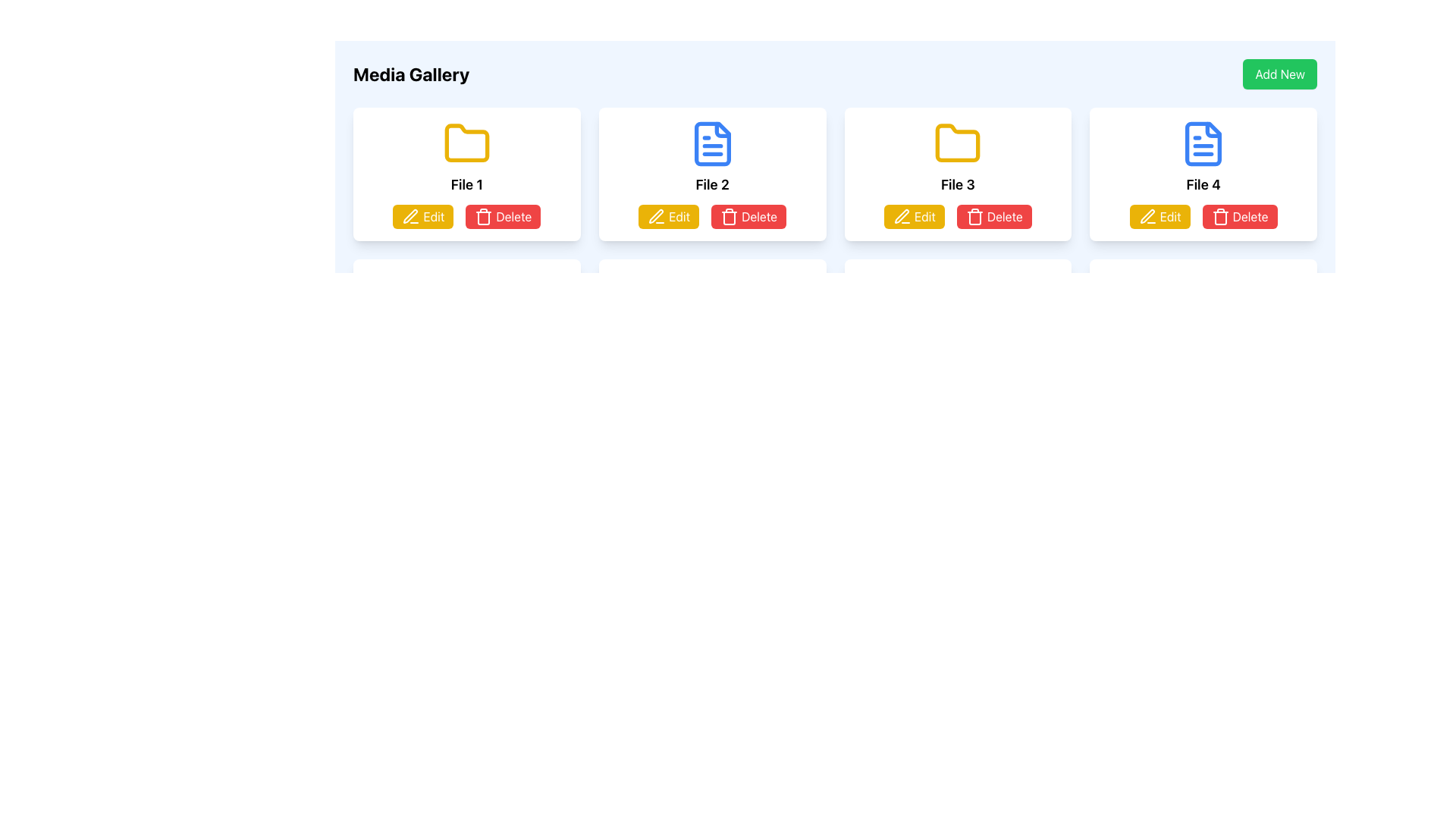 This screenshot has width=1456, height=819. What do you see at coordinates (711, 143) in the screenshot?
I see `the blue document-style icon located above the label 'File 2' in the second card of the gallery layout` at bounding box center [711, 143].